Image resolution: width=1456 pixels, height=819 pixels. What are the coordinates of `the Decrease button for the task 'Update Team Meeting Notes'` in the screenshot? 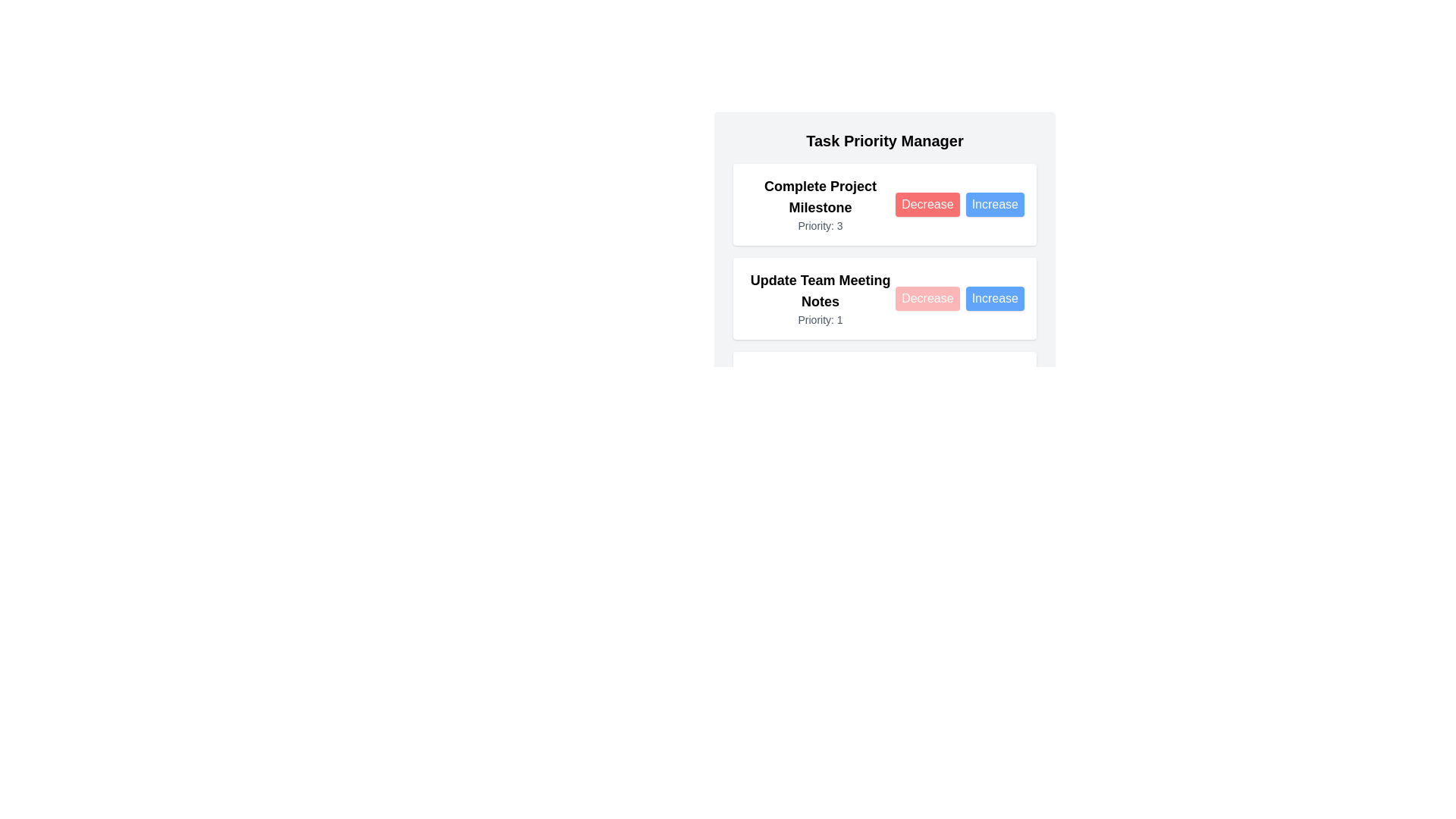 It's located at (927, 298).